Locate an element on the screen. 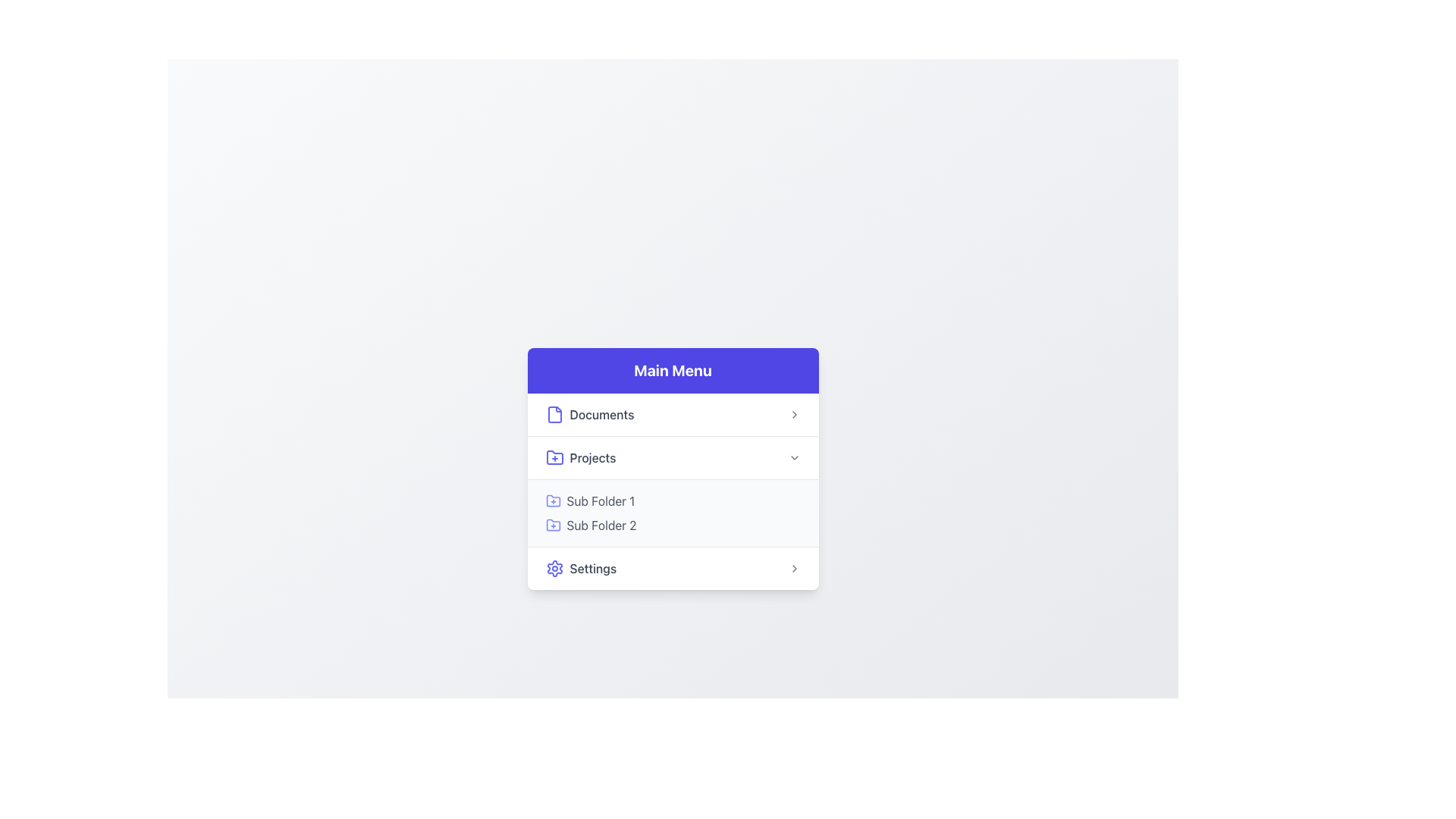 This screenshot has height=819, width=1456. the chevron icon located to the far right of the 'Projects' menu item is located at coordinates (793, 457).